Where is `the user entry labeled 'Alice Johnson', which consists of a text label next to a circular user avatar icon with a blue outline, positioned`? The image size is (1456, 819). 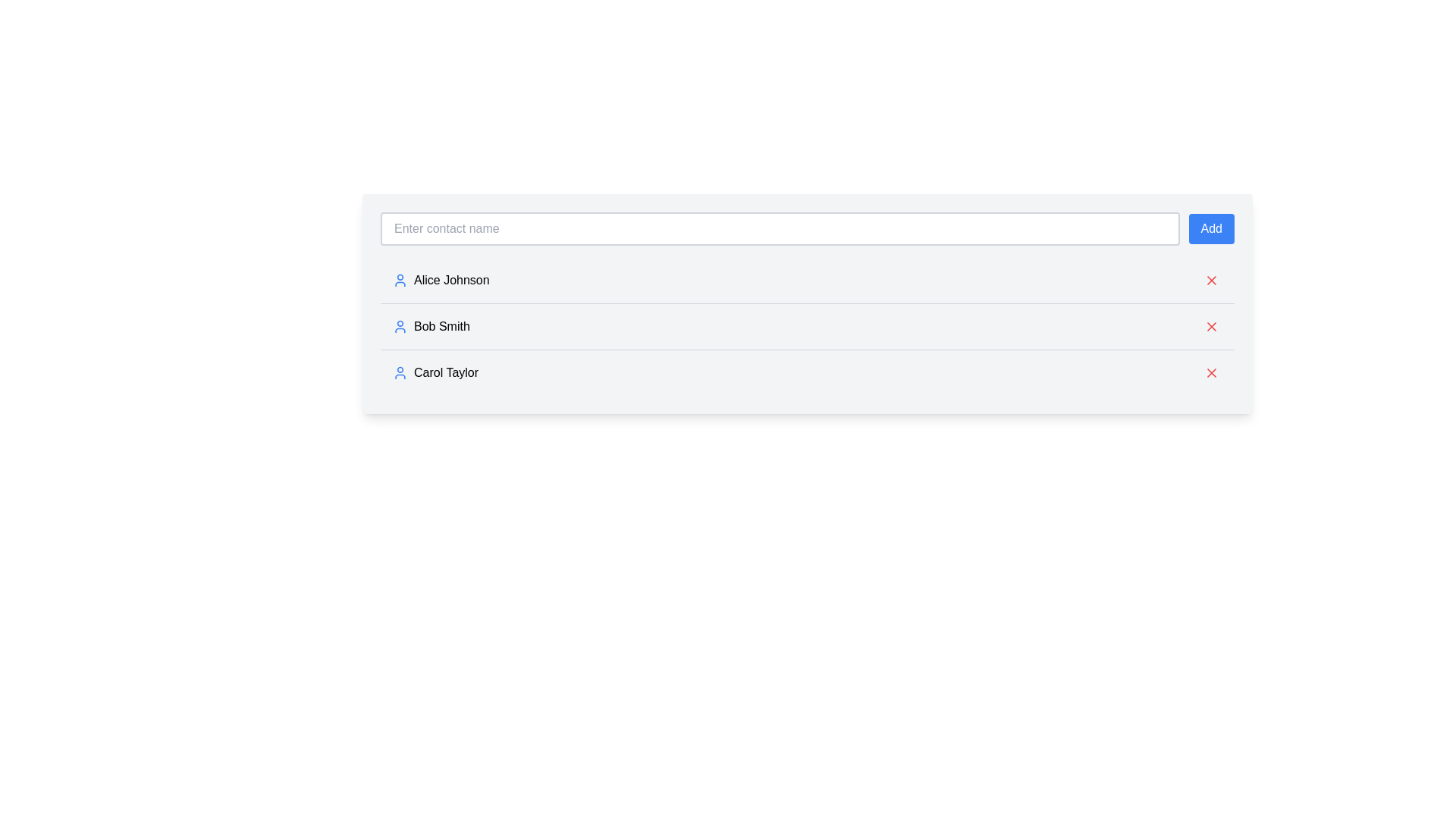
the user entry labeled 'Alice Johnson', which consists of a text label next to a circular user avatar icon with a blue outline, positioned is located at coordinates (440, 281).